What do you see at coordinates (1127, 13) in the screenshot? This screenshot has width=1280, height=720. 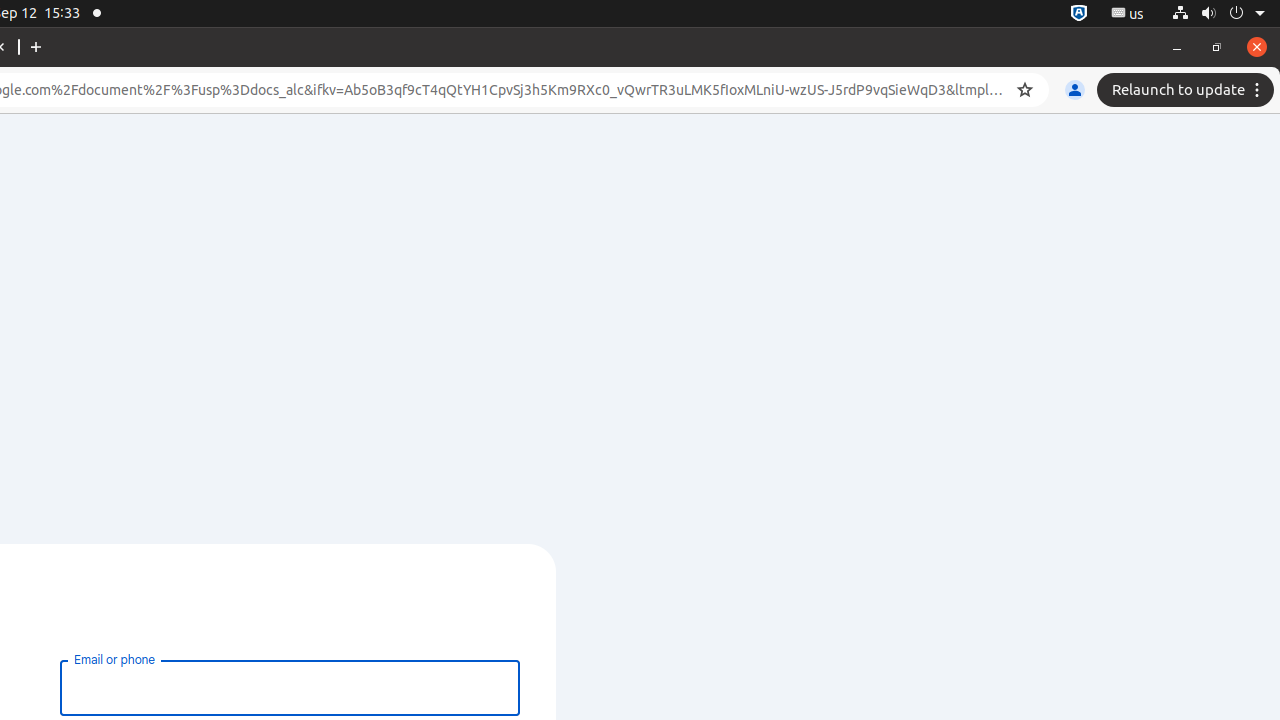 I see `':1.21/StatusNotifierItem'` at bounding box center [1127, 13].